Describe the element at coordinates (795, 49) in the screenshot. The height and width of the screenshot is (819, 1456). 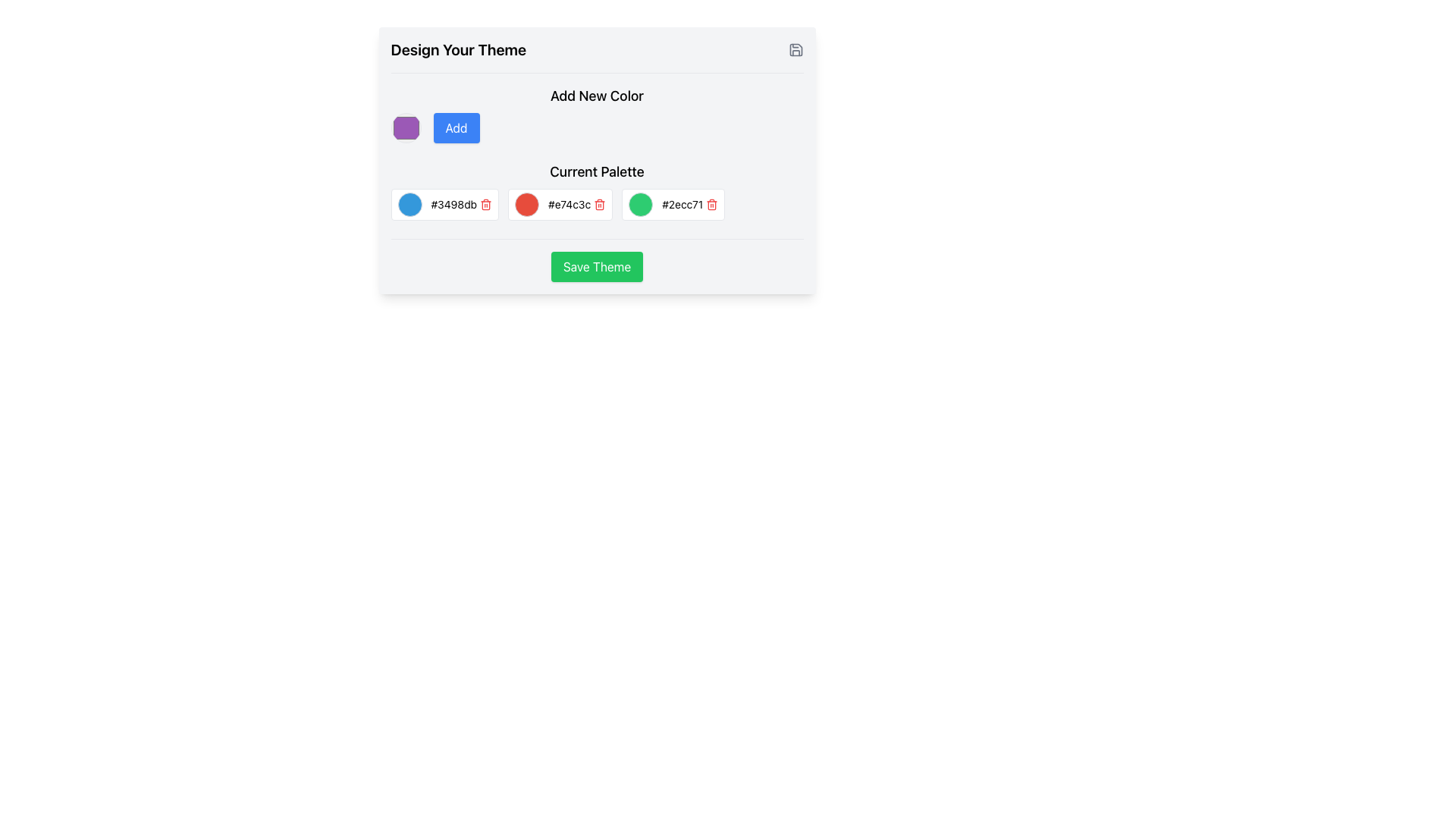
I see `'save' icon located at the top-right corner of the 'Design Your Theme' dialog box` at that location.